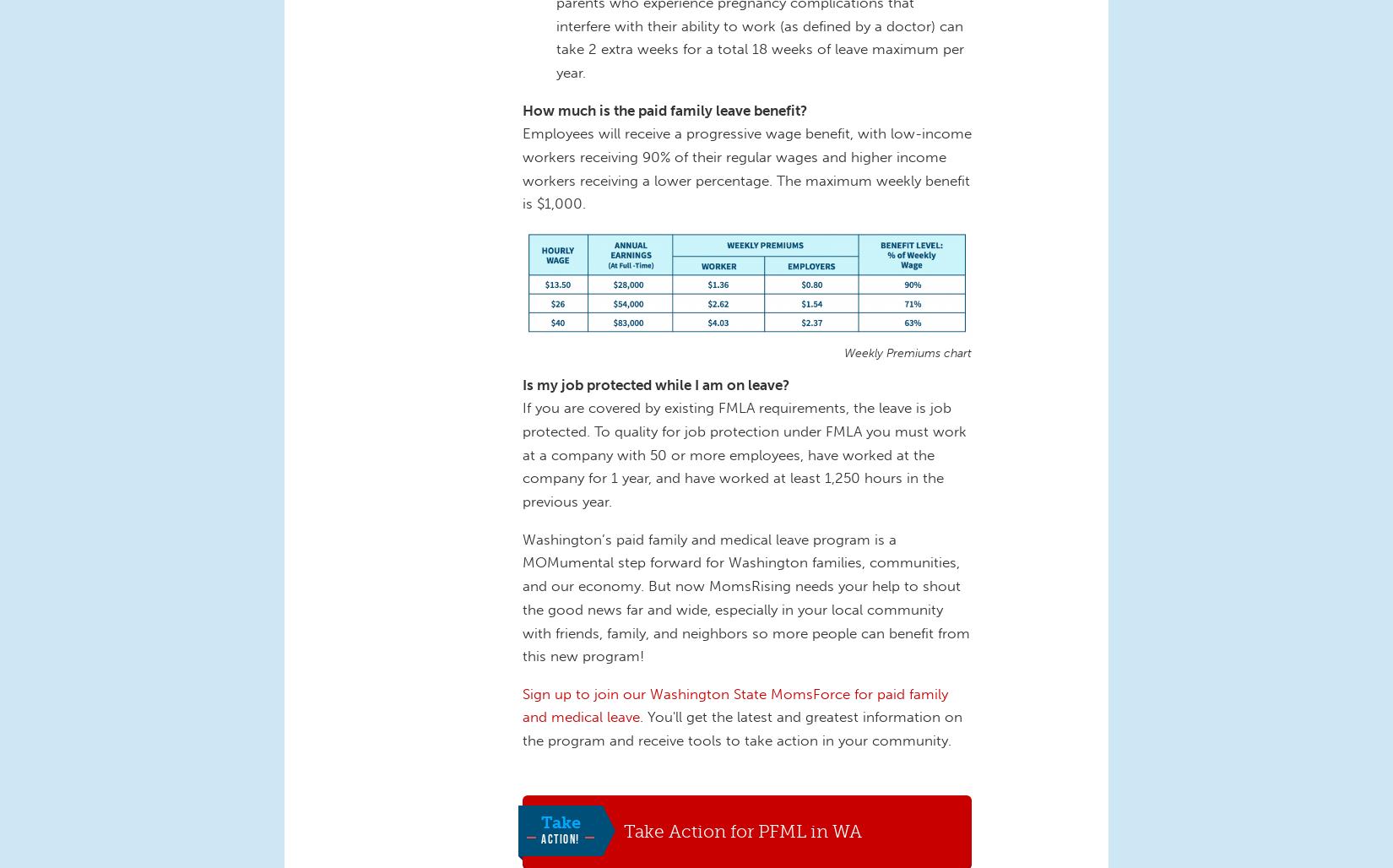  Describe the element at coordinates (744, 454) in the screenshot. I see `'If you are covered by existing FMLA requirements, the leave is job protected. To quality for job protection under FMLA you must work at a company with 50 or more employees, have worked at the company for 1 year, and have worked at least 1,250 hours in the previous year.'` at that location.